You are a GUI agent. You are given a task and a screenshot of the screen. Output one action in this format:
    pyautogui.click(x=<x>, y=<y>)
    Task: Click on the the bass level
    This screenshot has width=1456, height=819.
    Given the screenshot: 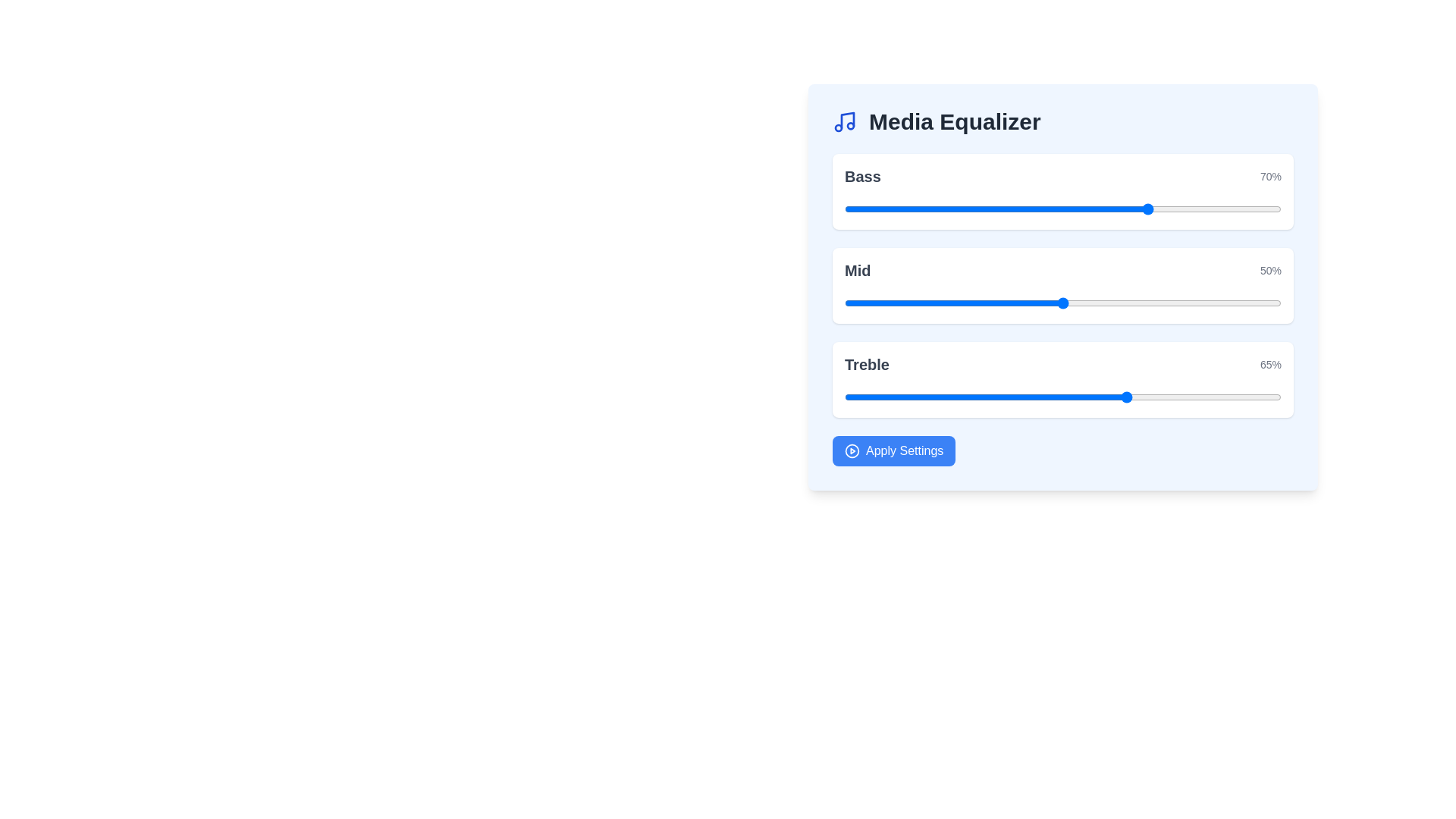 What is the action you would take?
    pyautogui.click(x=949, y=209)
    